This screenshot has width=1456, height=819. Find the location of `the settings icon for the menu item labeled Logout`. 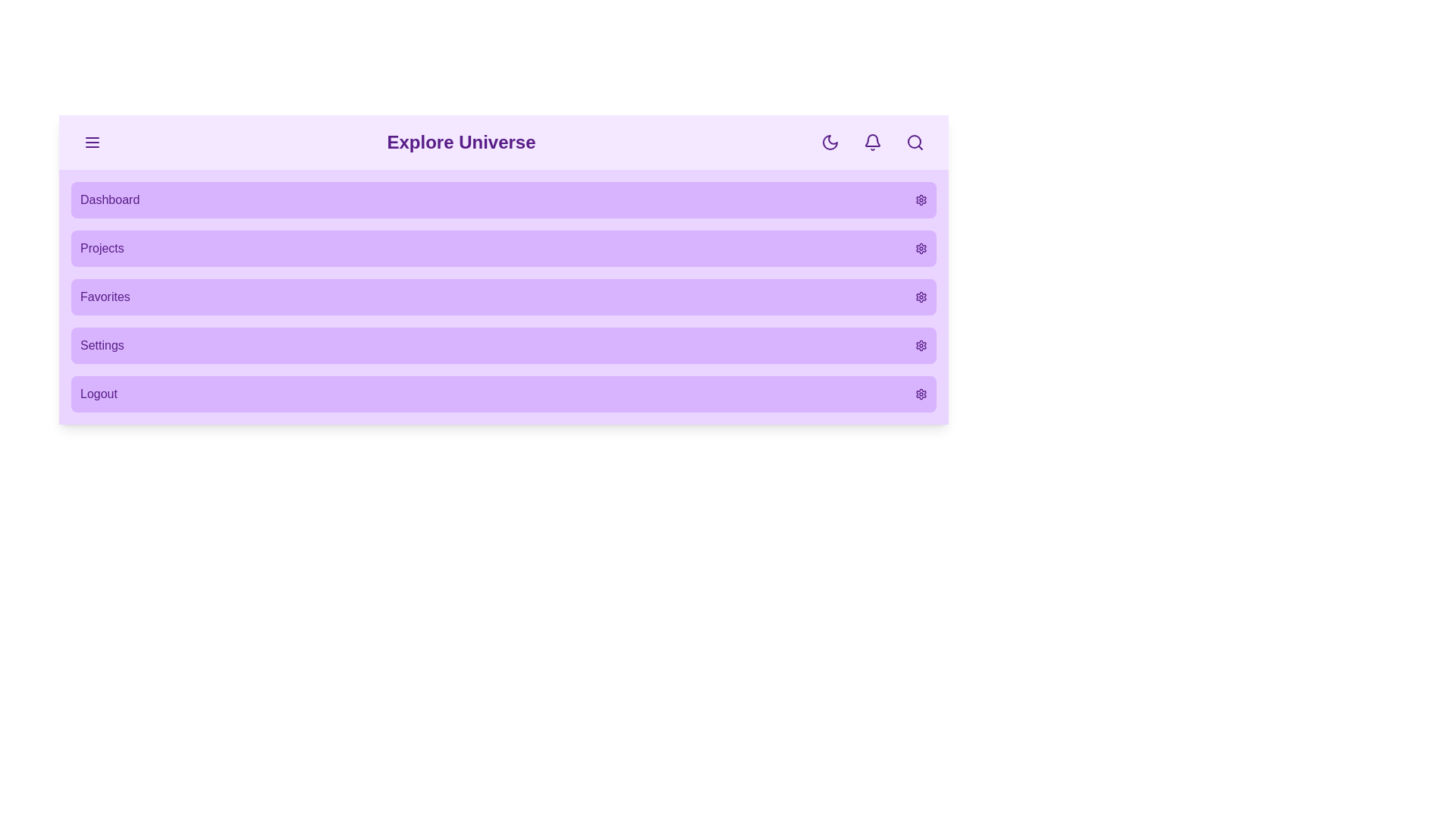

the settings icon for the menu item labeled Logout is located at coordinates (920, 394).